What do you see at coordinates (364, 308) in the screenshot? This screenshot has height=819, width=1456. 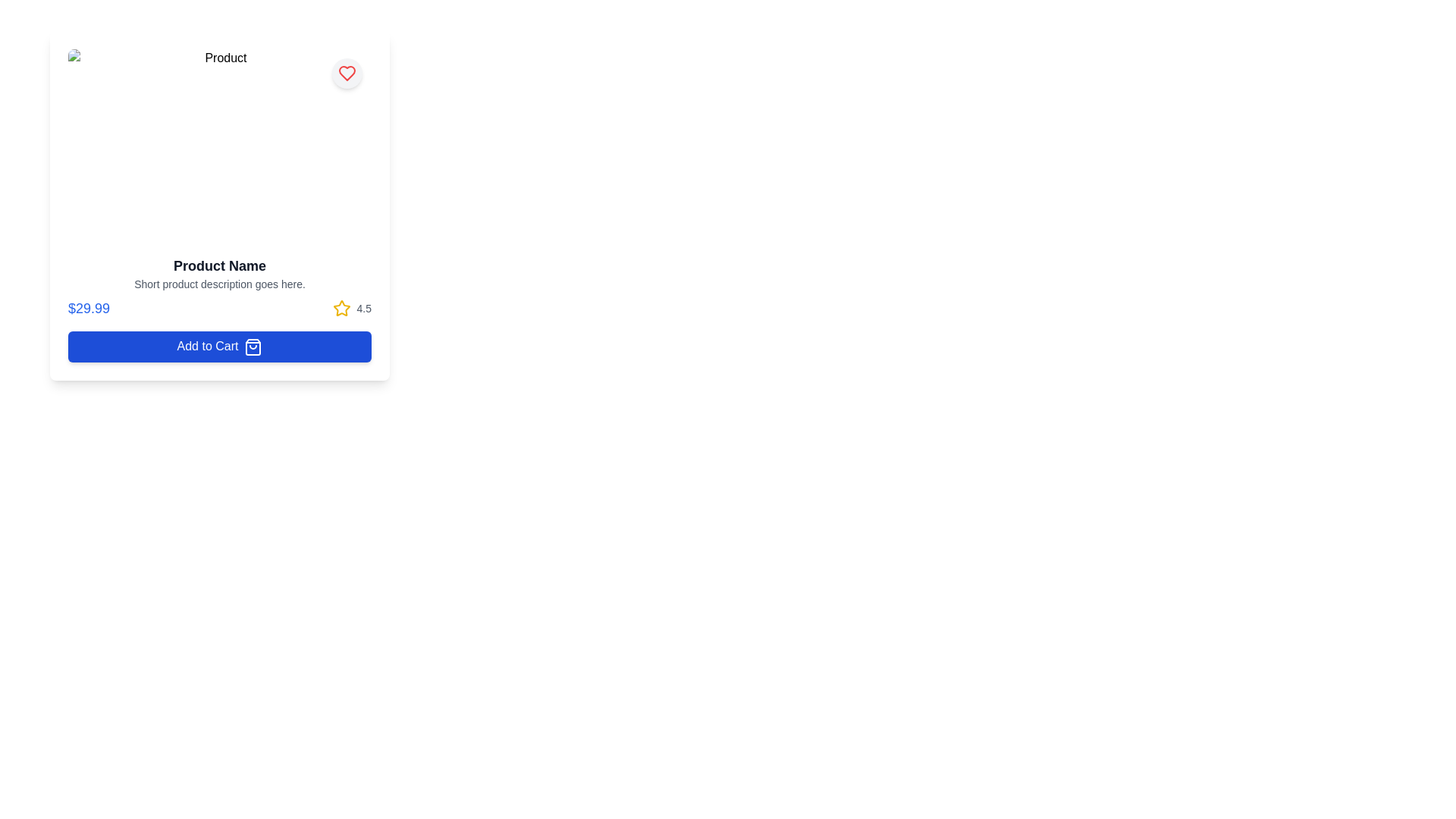 I see `numerical value displayed in the text label '4.5', located in the bottom right corner of the card layout next to a yellow star icon` at bounding box center [364, 308].